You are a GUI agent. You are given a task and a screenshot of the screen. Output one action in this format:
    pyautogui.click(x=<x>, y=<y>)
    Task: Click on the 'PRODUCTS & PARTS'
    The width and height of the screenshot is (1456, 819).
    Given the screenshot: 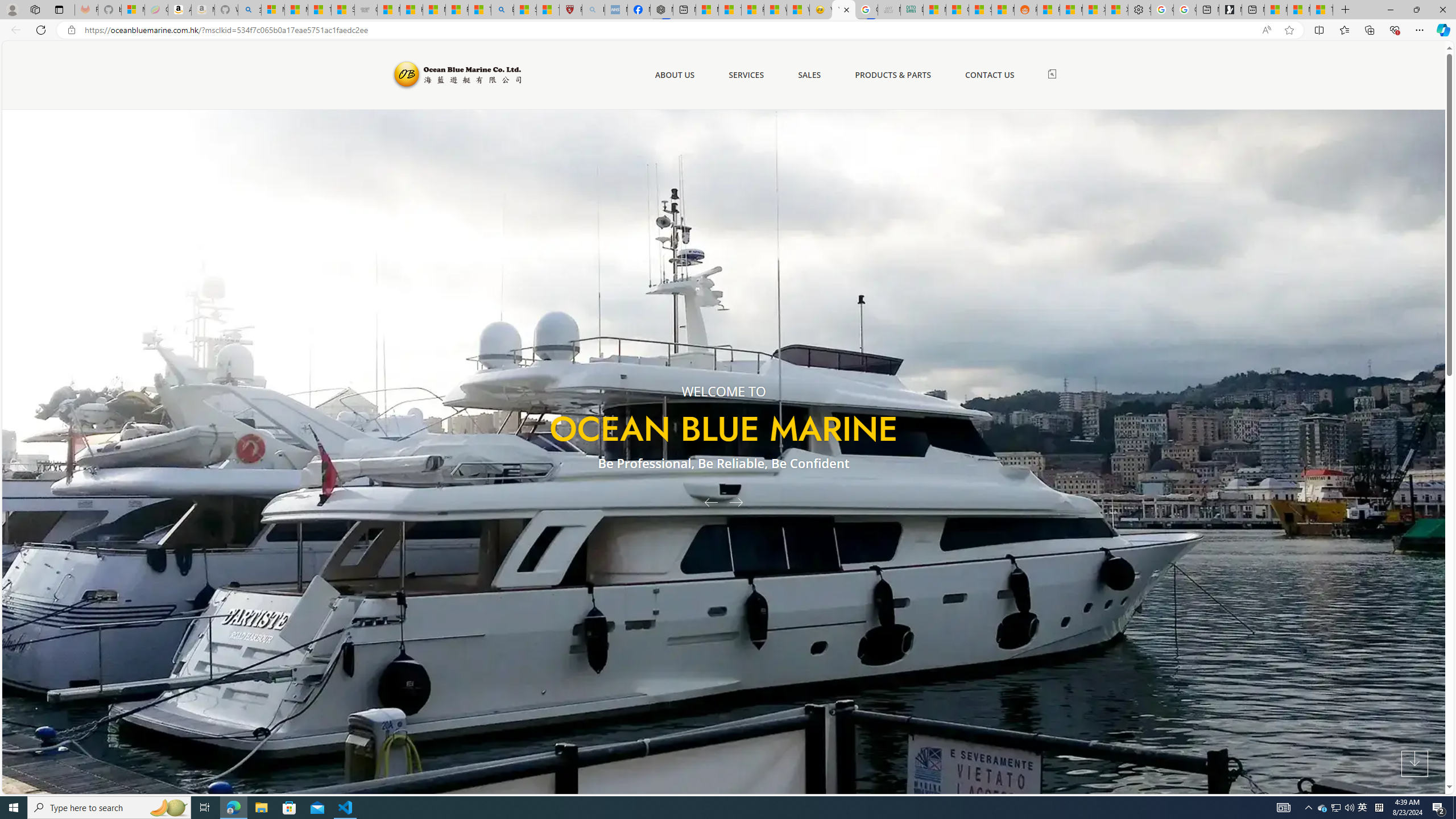 What is the action you would take?
    pyautogui.click(x=892, y=75)
    